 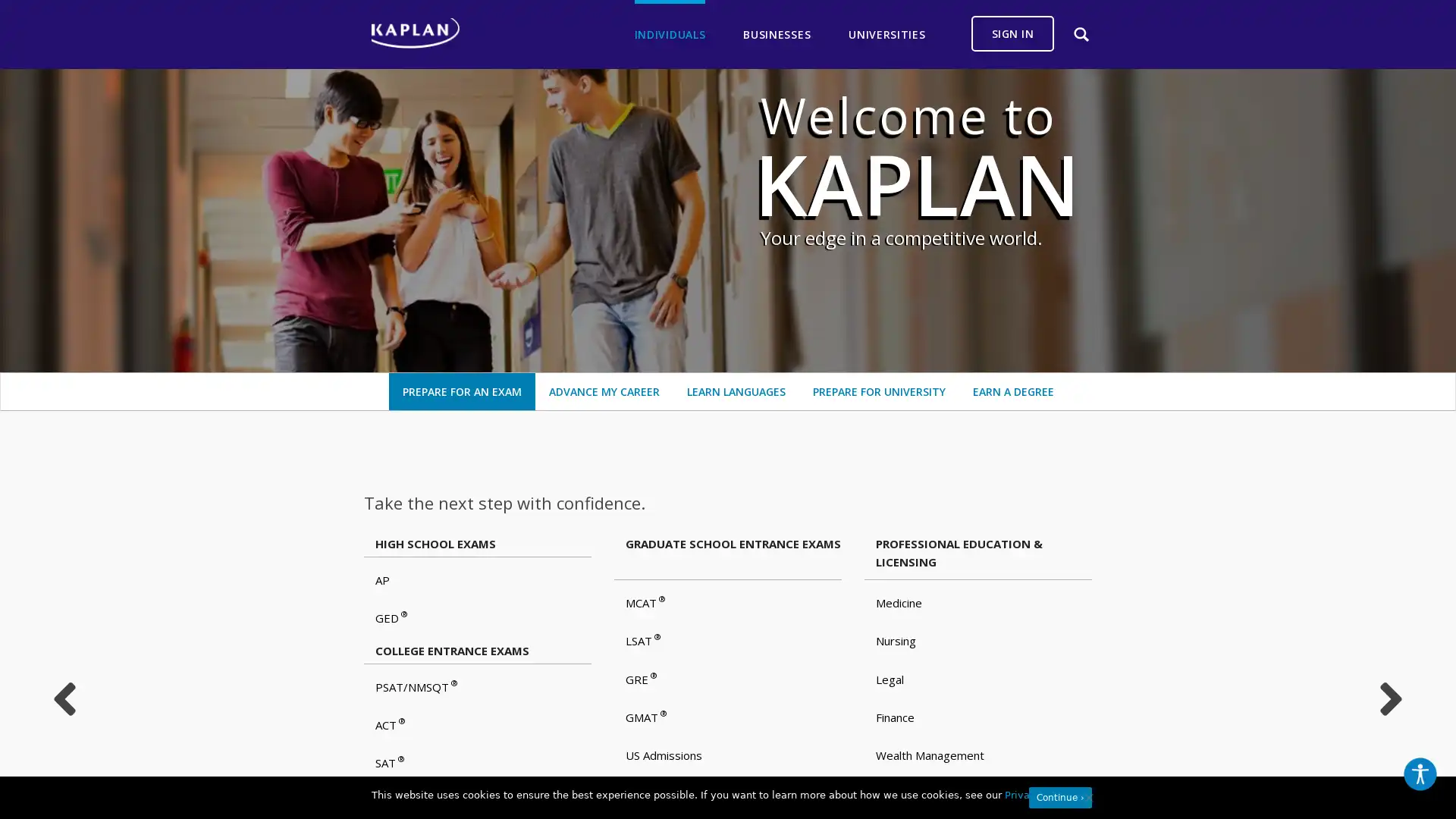 What do you see at coordinates (1419, 774) in the screenshot?
I see `Accessibility Helper sidebar` at bounding box center [1419, 774].